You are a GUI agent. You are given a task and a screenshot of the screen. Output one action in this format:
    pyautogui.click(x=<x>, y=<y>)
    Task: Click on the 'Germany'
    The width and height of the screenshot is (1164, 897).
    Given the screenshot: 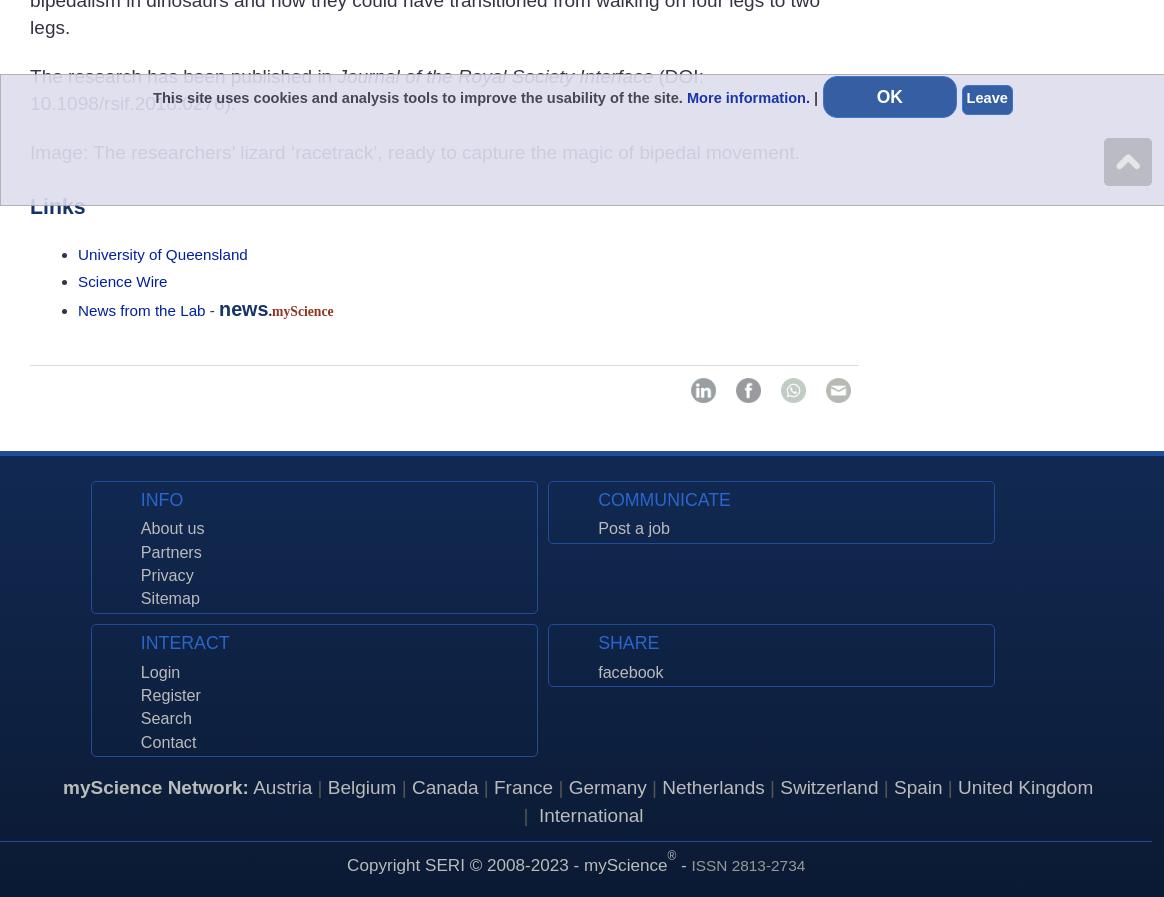 What is the action you would take?
    pyautogui.click(x=607, y=787)
    